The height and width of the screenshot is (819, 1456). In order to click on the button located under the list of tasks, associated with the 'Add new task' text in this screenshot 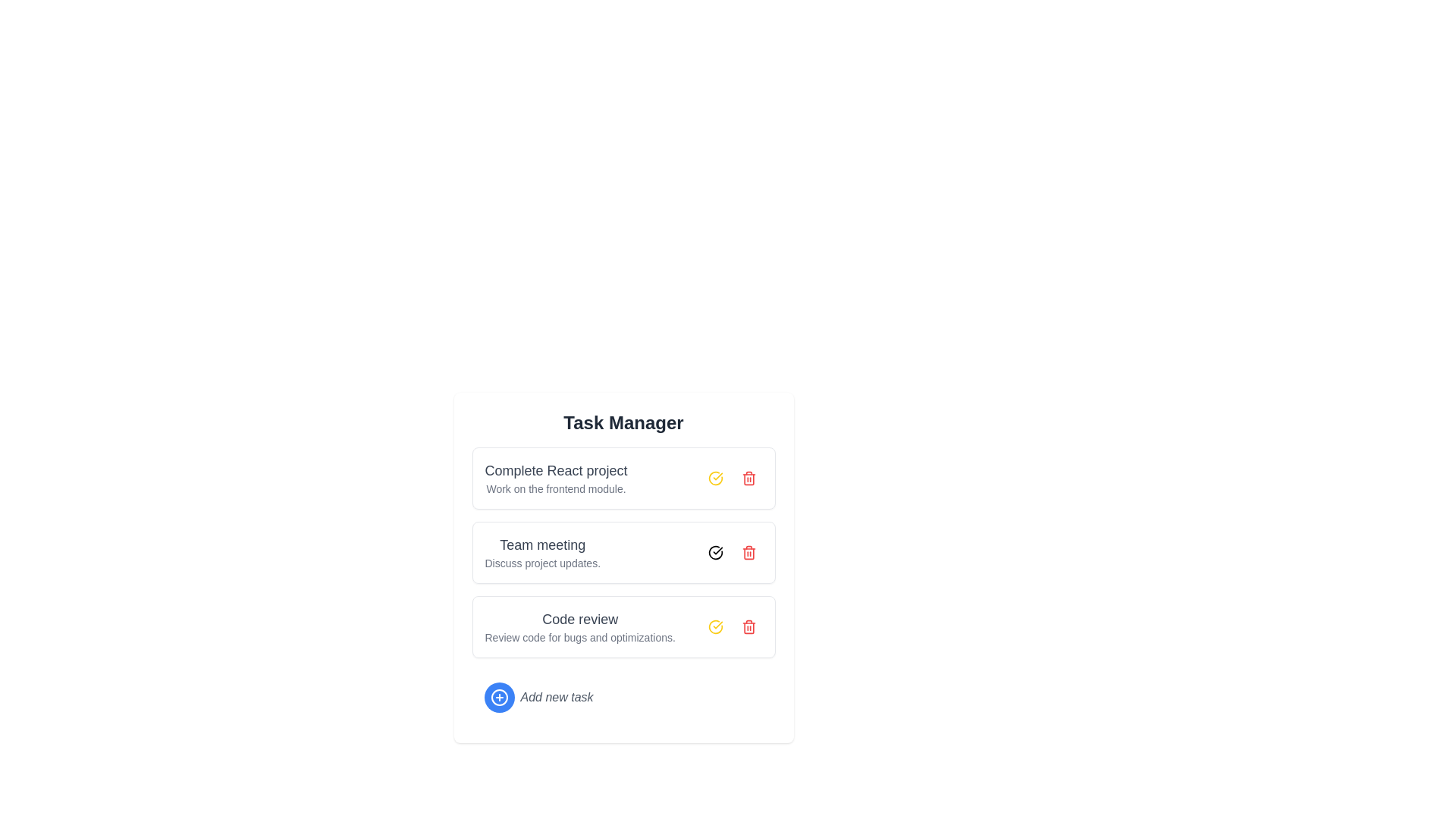, I will do `click(499, 698)`.